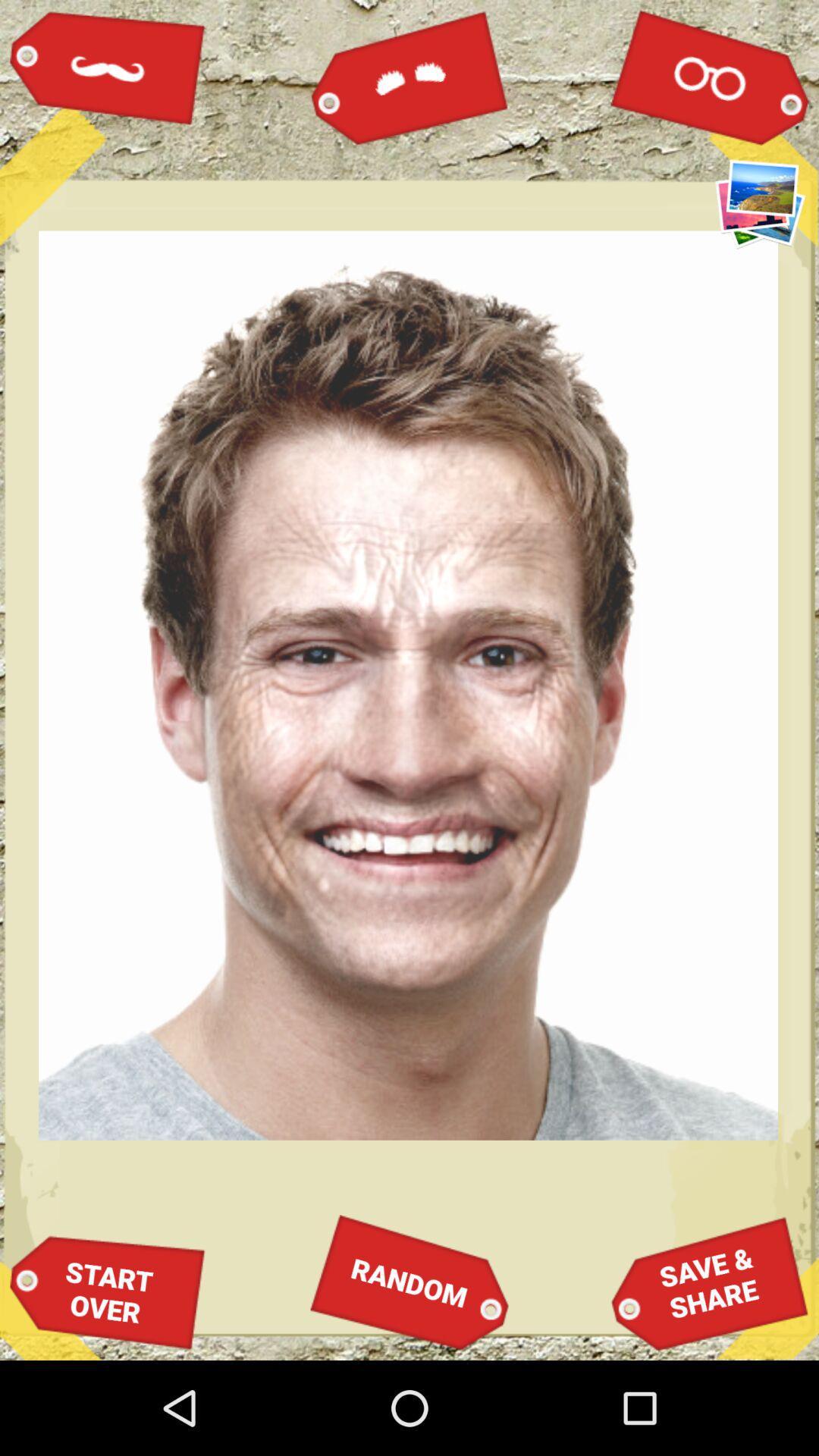  What do you see at coordinates (409, 1282) in the screenshot?
I see `icon to the right of start` at bounding box center [409, 1282].